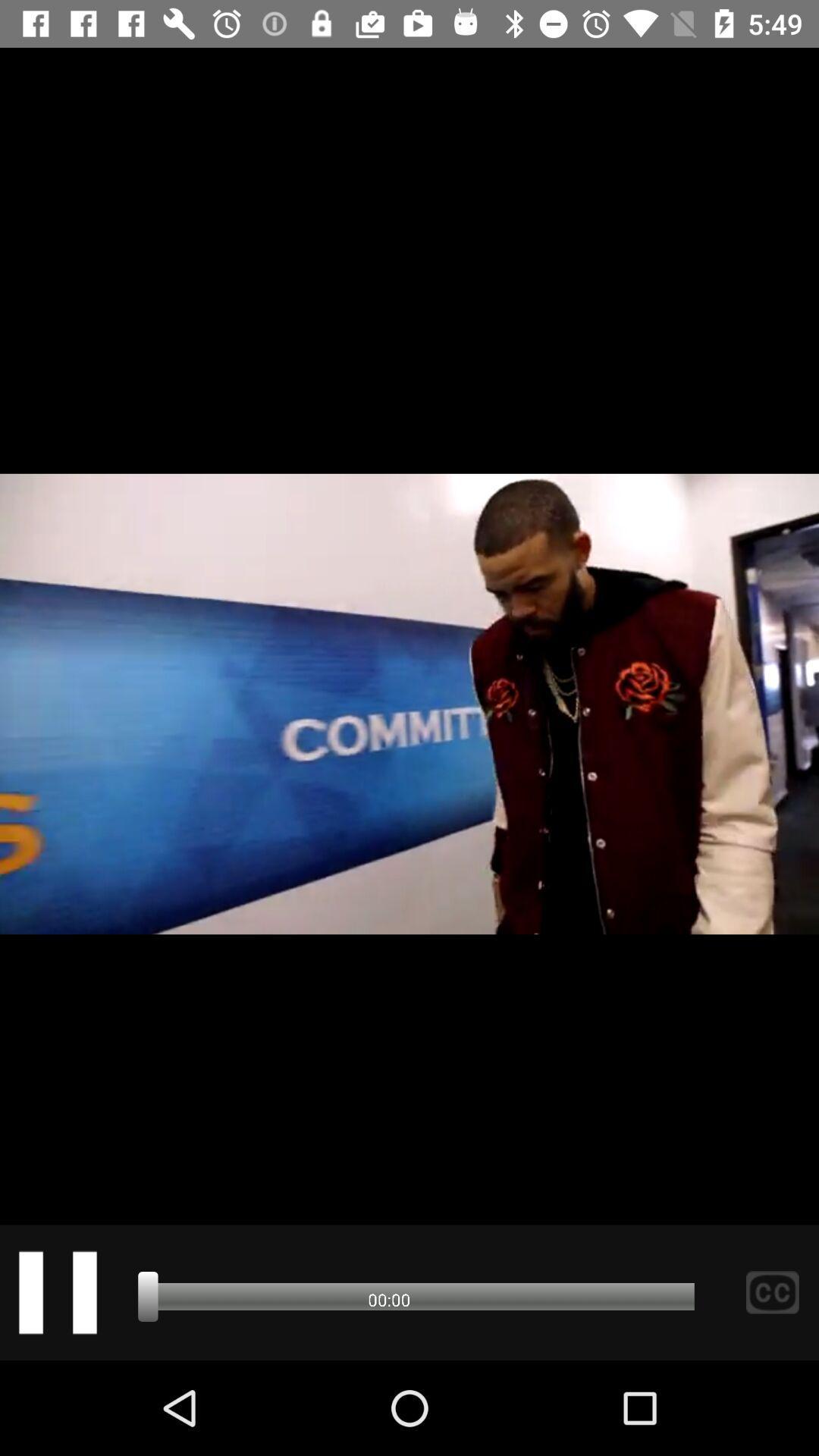 This screenshot has height=1456, width=819. What do you see at coordinates (772, 1291) in the screenshot?
I see `the sliders icon` at bounding box center [772, 1291].